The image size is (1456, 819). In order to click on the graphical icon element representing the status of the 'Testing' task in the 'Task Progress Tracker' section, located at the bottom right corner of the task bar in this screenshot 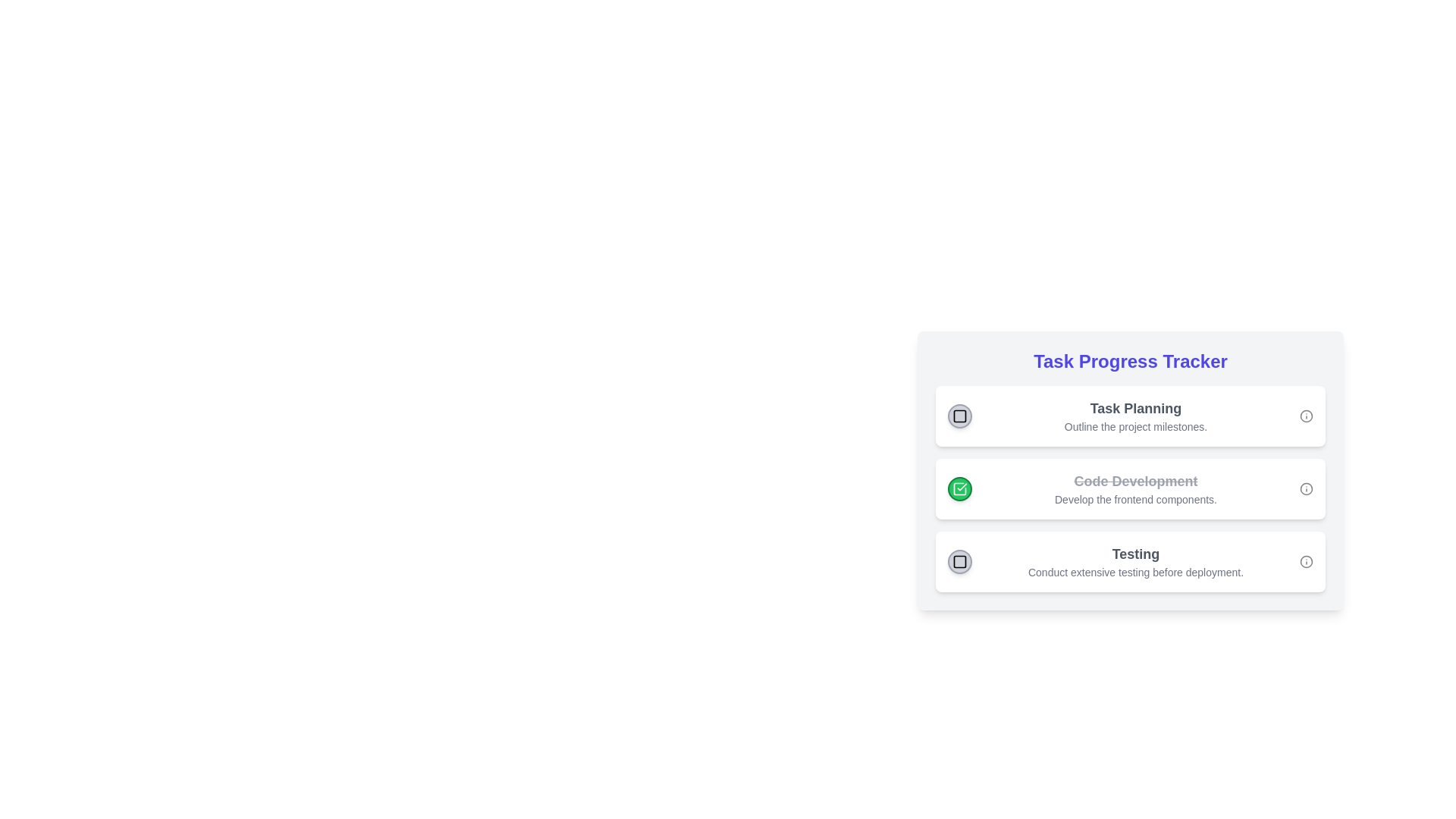, I will do `click(1306, 561)`.